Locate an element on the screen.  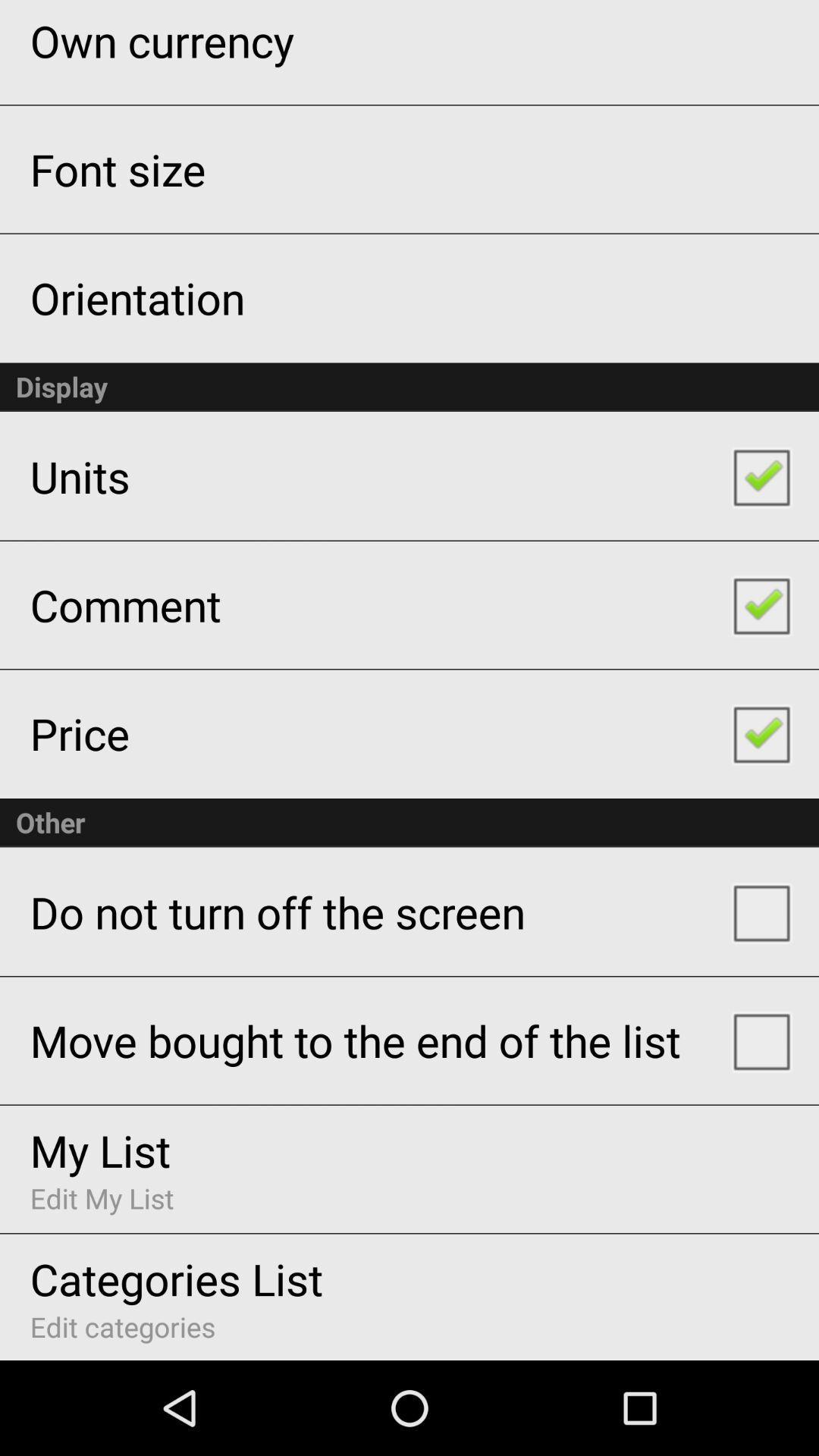
categories list icon is located at coordinates (175, 1278).